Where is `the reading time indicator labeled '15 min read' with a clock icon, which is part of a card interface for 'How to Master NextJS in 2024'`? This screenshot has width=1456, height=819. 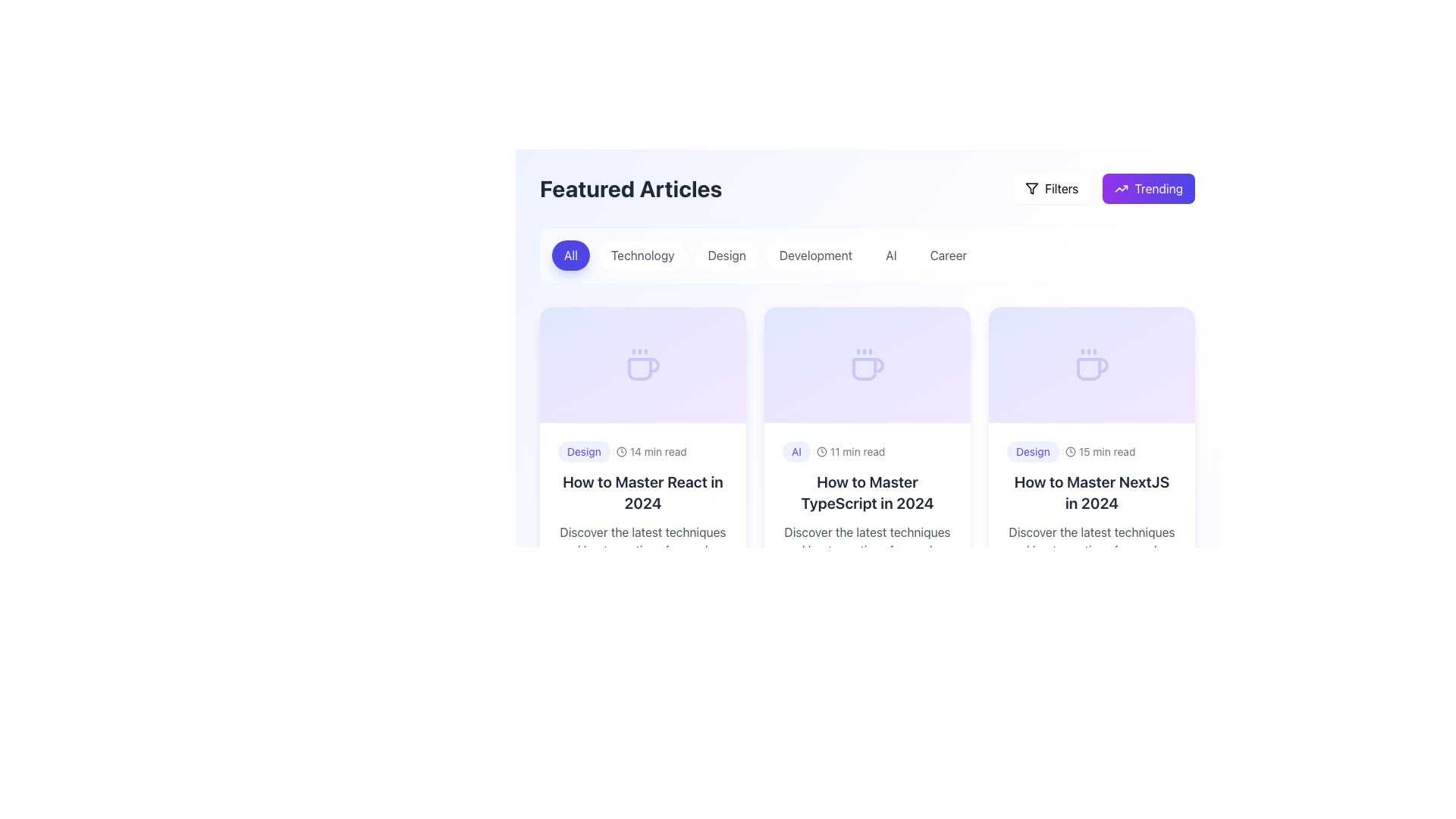 the reading time indicator labeled '15 min read' with a clock icon, which is part of a card interface for 'How to Master NextJS in 2024' is located at coordinates (1100, 451).